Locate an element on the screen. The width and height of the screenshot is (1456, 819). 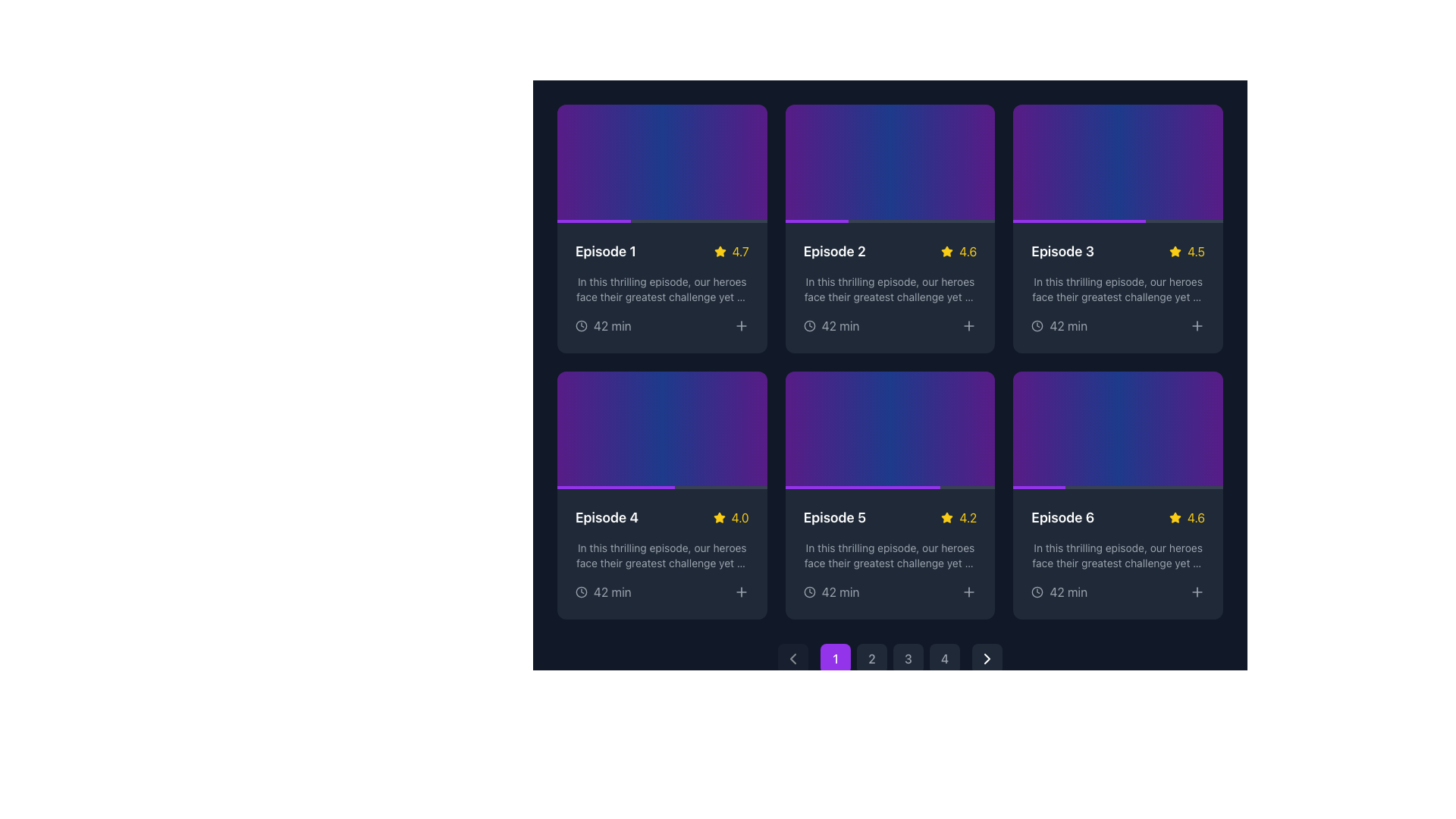
the progress visually by focusing on the progress bar located at the bottom of the fourth episode card in the second row of the grid layout is located at coordinates (662, 488).